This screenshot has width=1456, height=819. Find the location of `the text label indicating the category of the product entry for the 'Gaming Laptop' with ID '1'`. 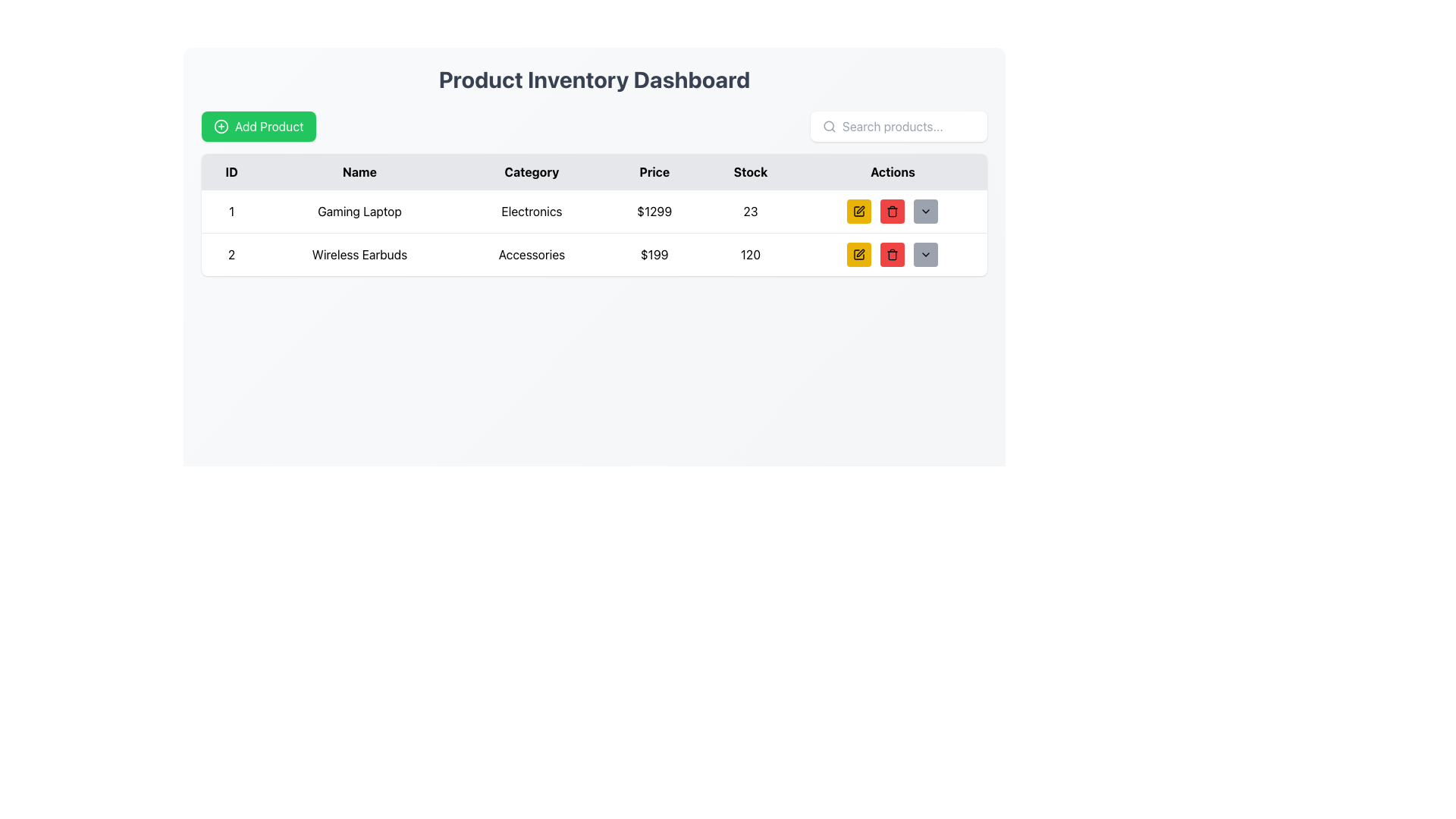

the text label indicating the category of the product entry for the 'Gaming Laptop' with ID '1' is located at coordinates (532, 212).